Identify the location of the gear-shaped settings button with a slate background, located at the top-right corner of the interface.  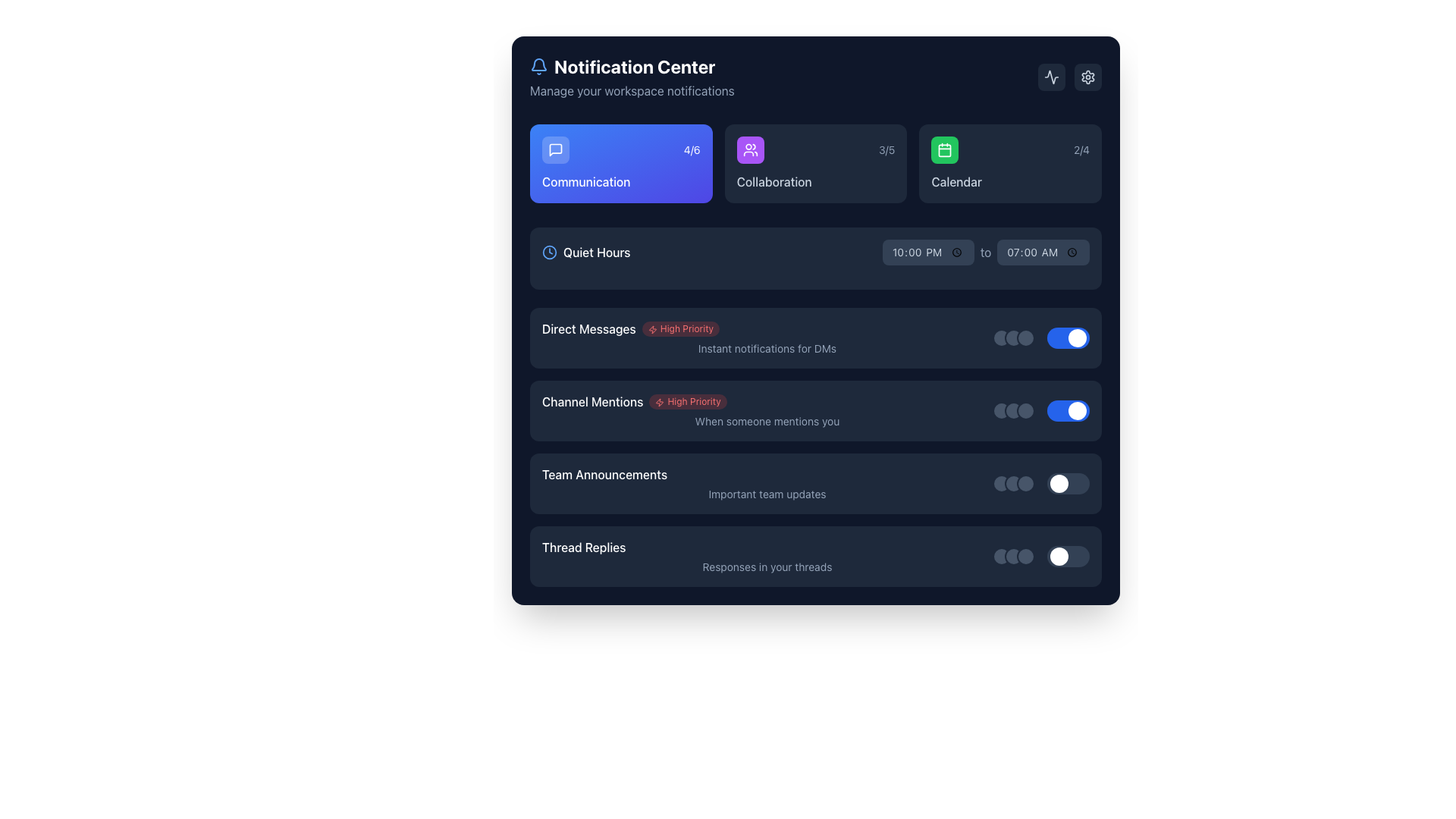
(1087, 77).